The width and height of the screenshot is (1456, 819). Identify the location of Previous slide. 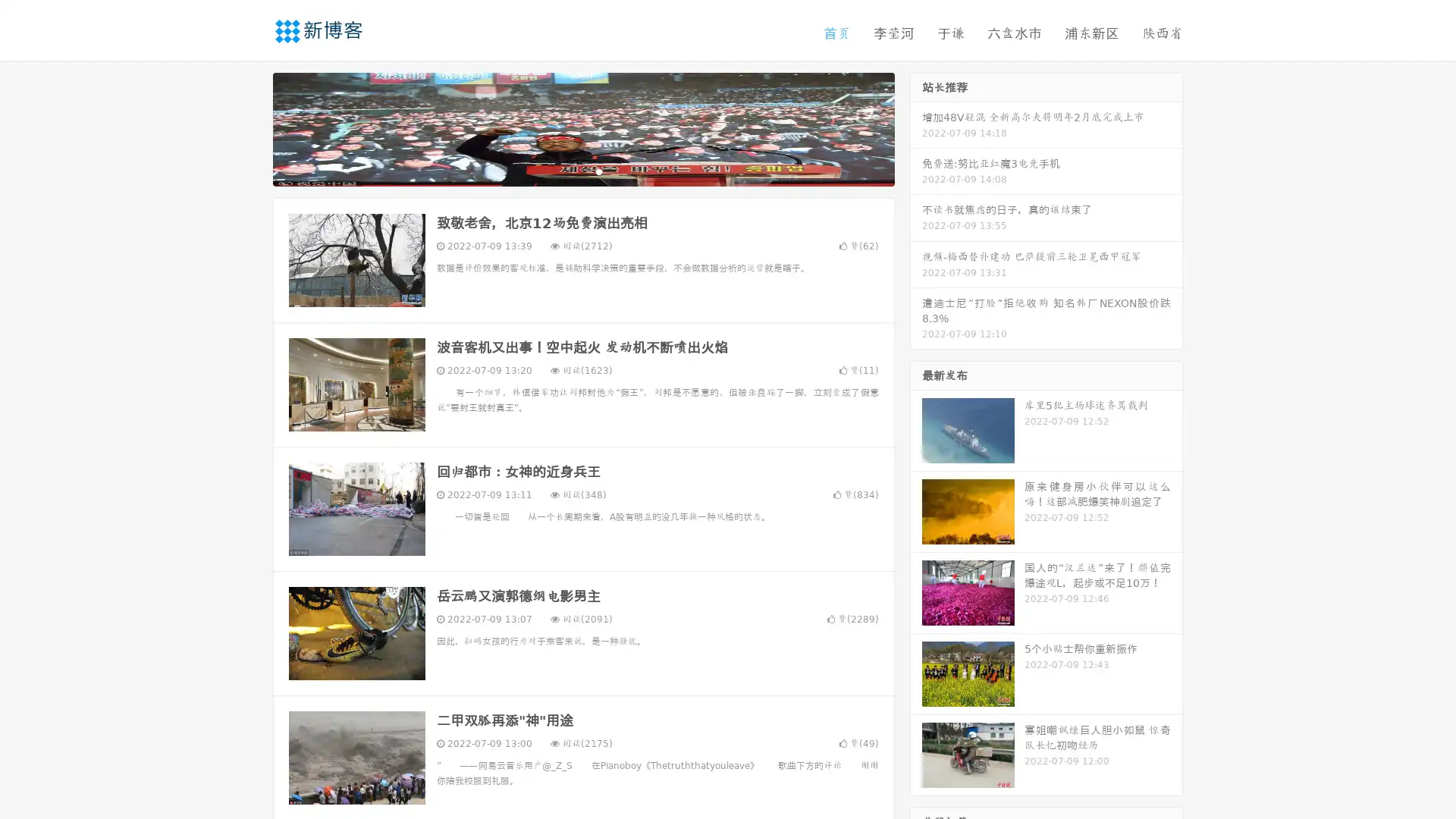
(250, 127).